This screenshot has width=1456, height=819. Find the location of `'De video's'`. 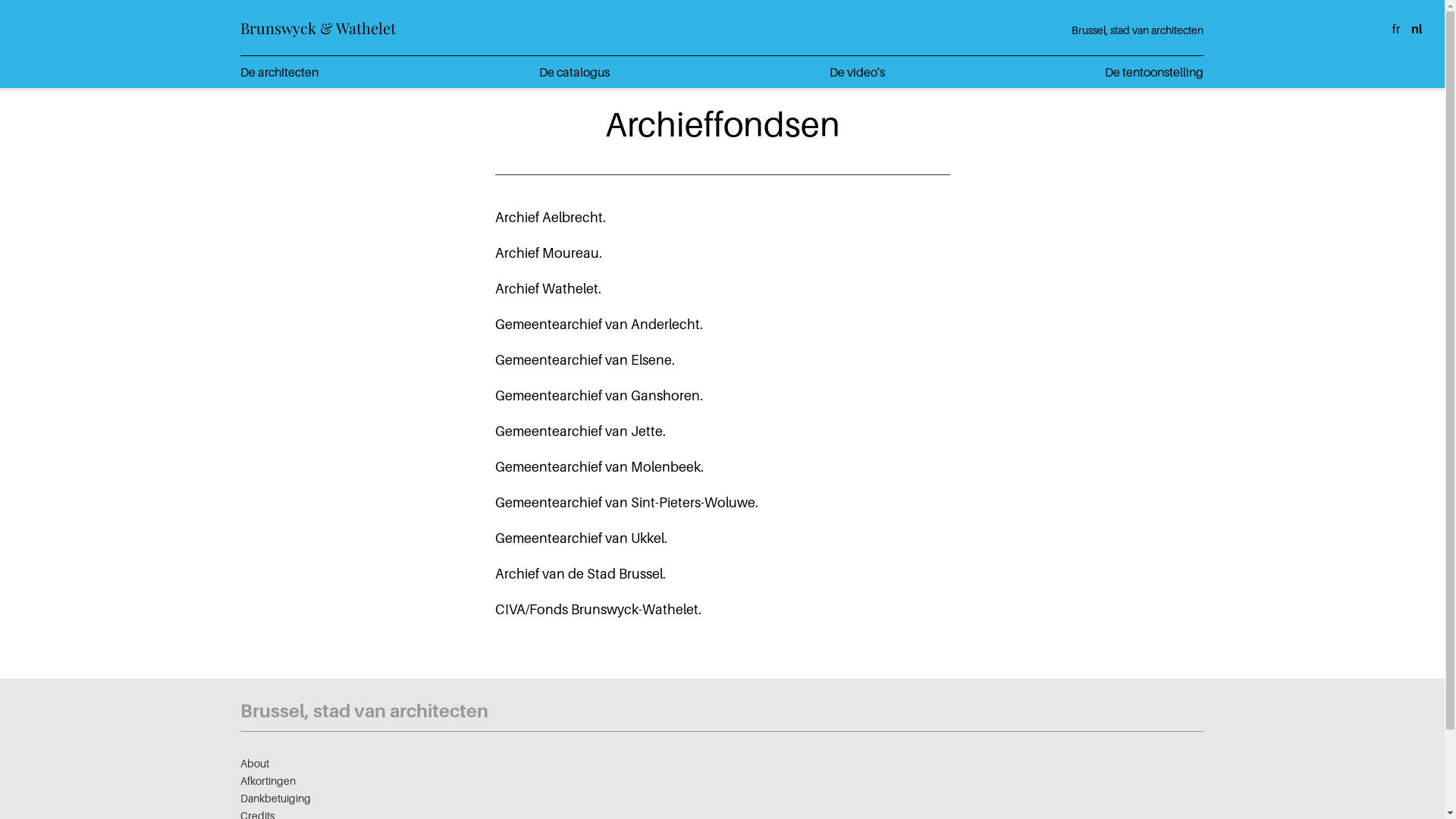

'De video's' is located at coordinates (857, 72).